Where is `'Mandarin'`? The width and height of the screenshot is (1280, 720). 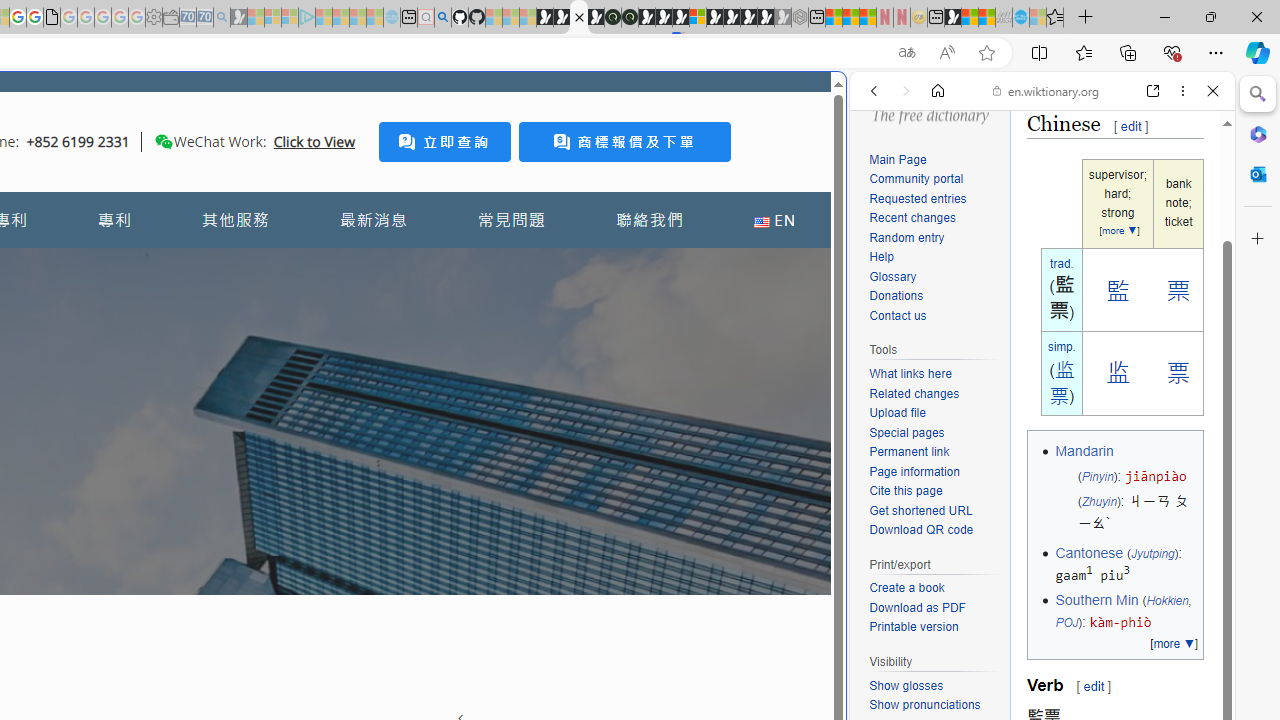
'Mandarin' is located at coordinates (1083, 451).